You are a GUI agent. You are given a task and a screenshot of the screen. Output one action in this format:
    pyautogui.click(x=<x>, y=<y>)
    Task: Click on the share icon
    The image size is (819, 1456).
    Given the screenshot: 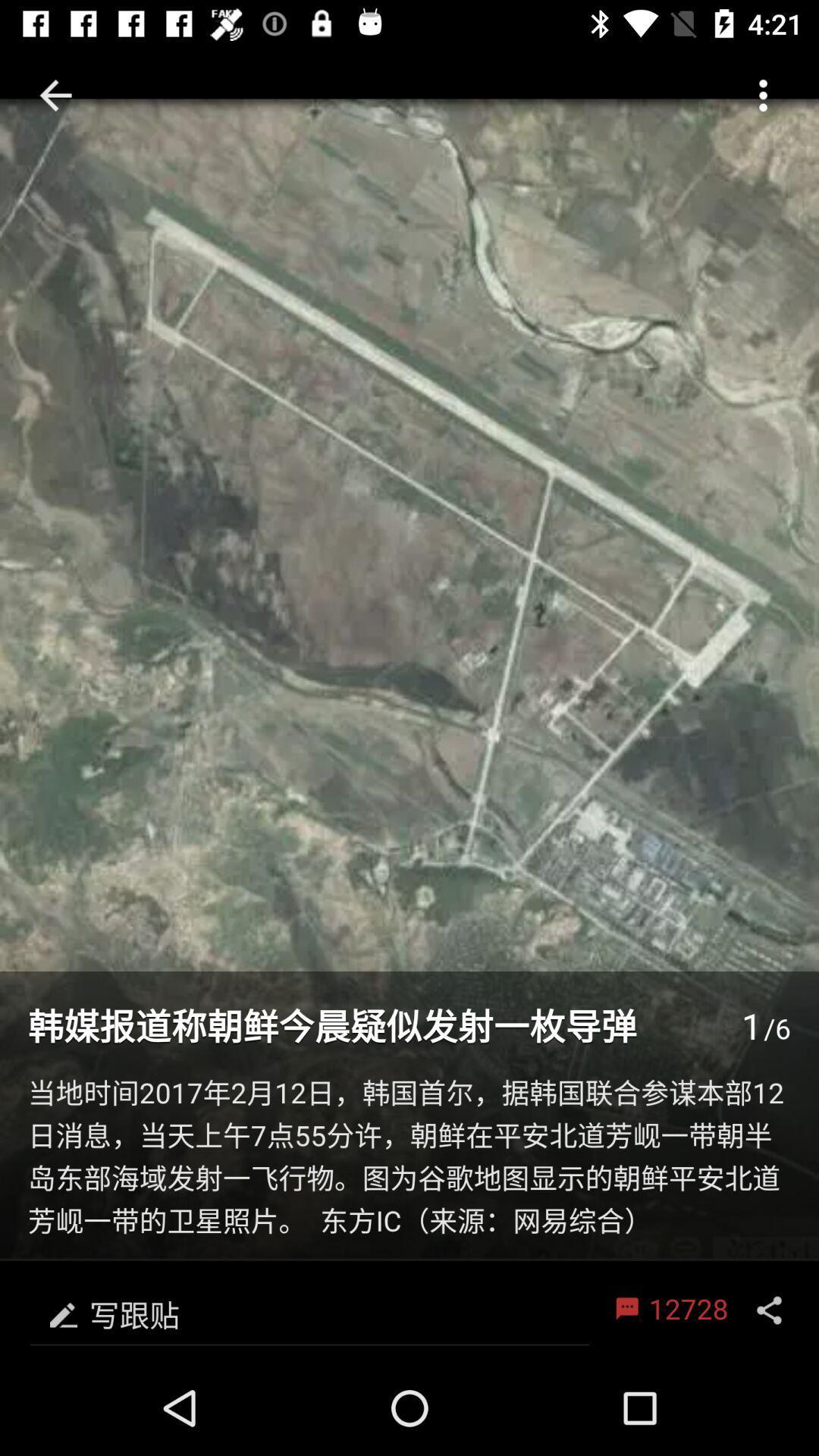 What is the action you would take?
    pyautogui.click(x=769, y=1310)
    